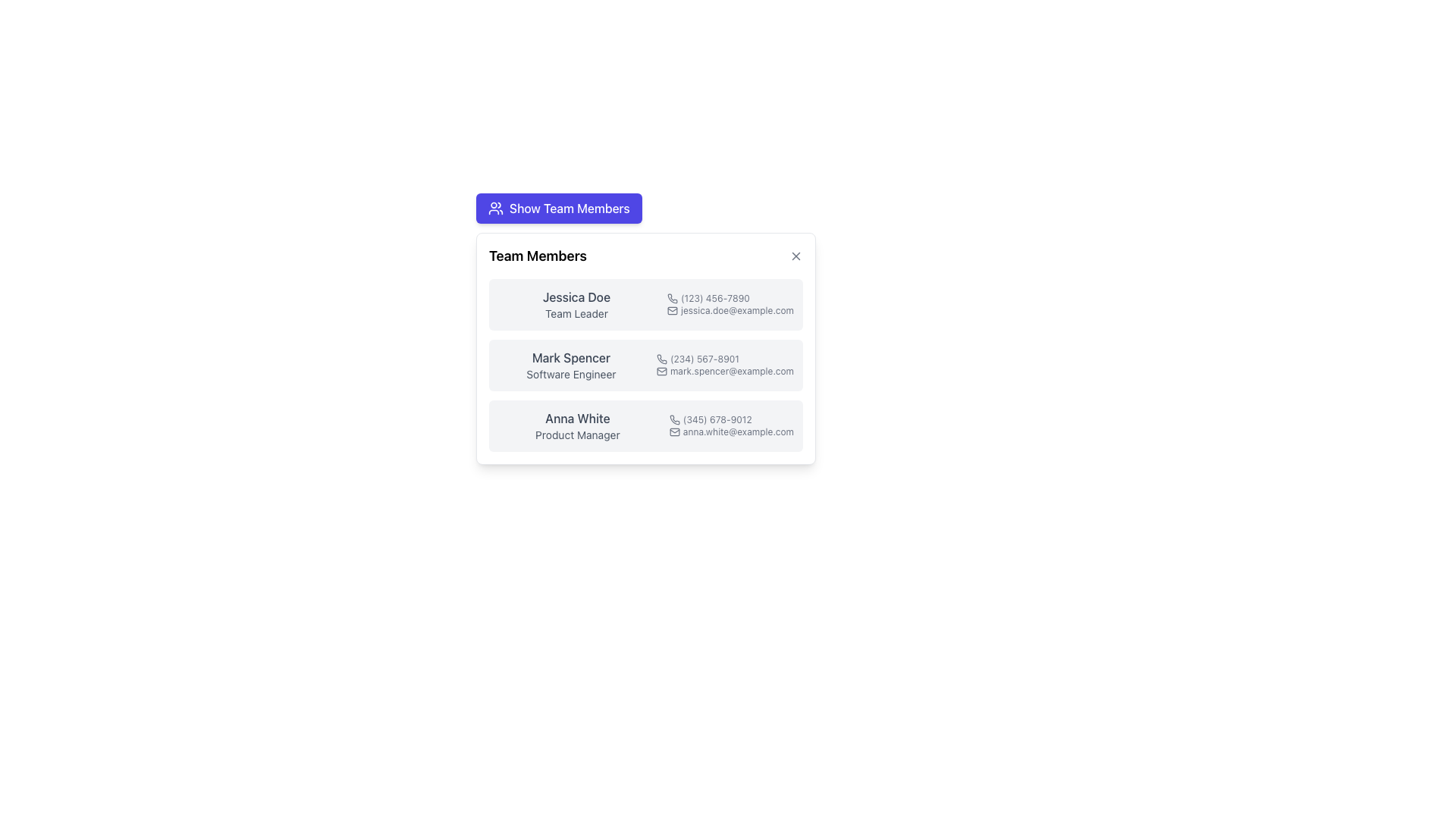 The height and width of the screenshot is (819, 1456). What do you see at coordinates (731, 426) in the screenshot?
I see `the email address in the Contact Information Section of Anna White's profile card` at bounding box center [731, 426].